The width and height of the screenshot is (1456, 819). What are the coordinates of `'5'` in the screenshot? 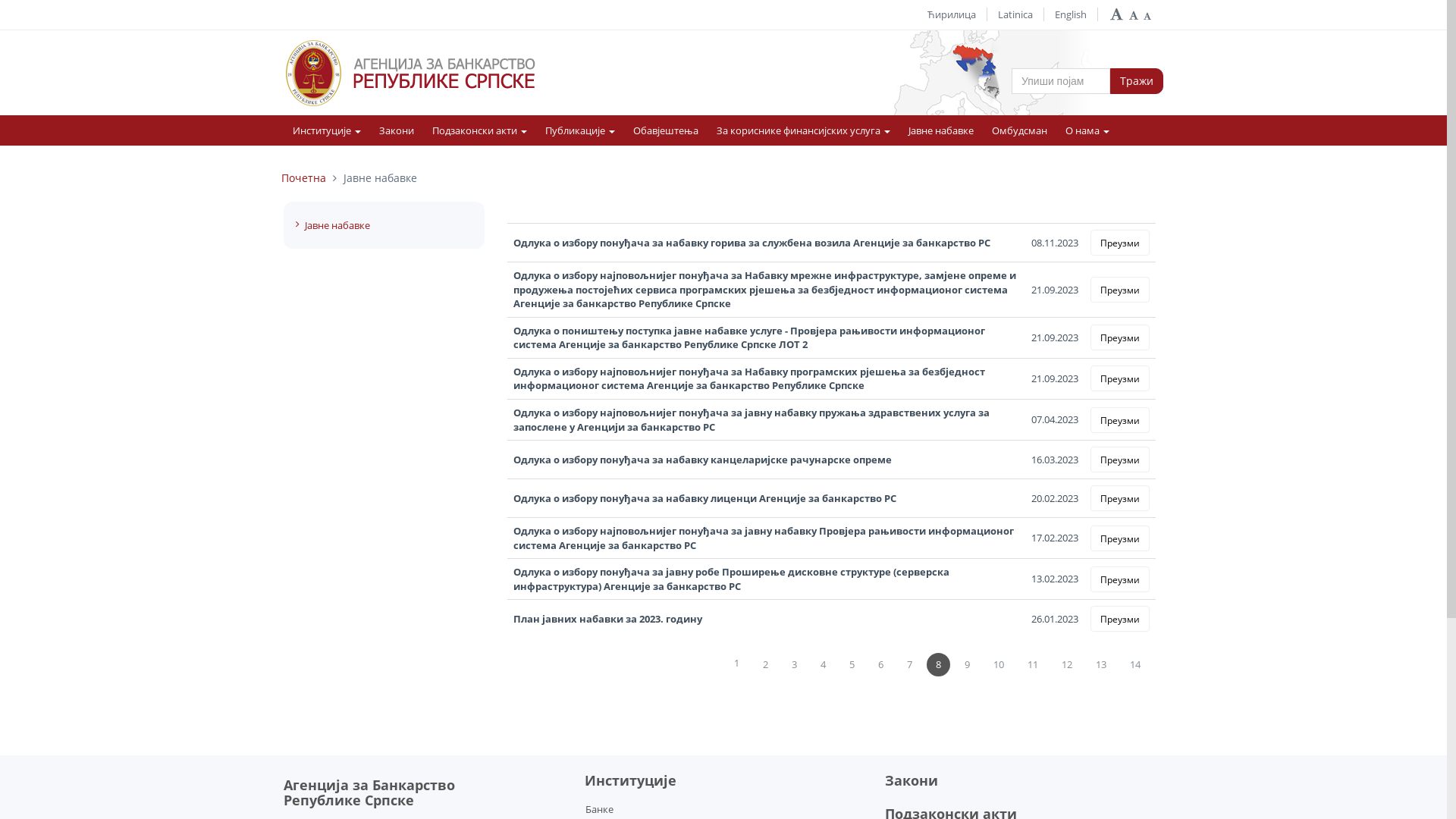 It's located at (852, 664).